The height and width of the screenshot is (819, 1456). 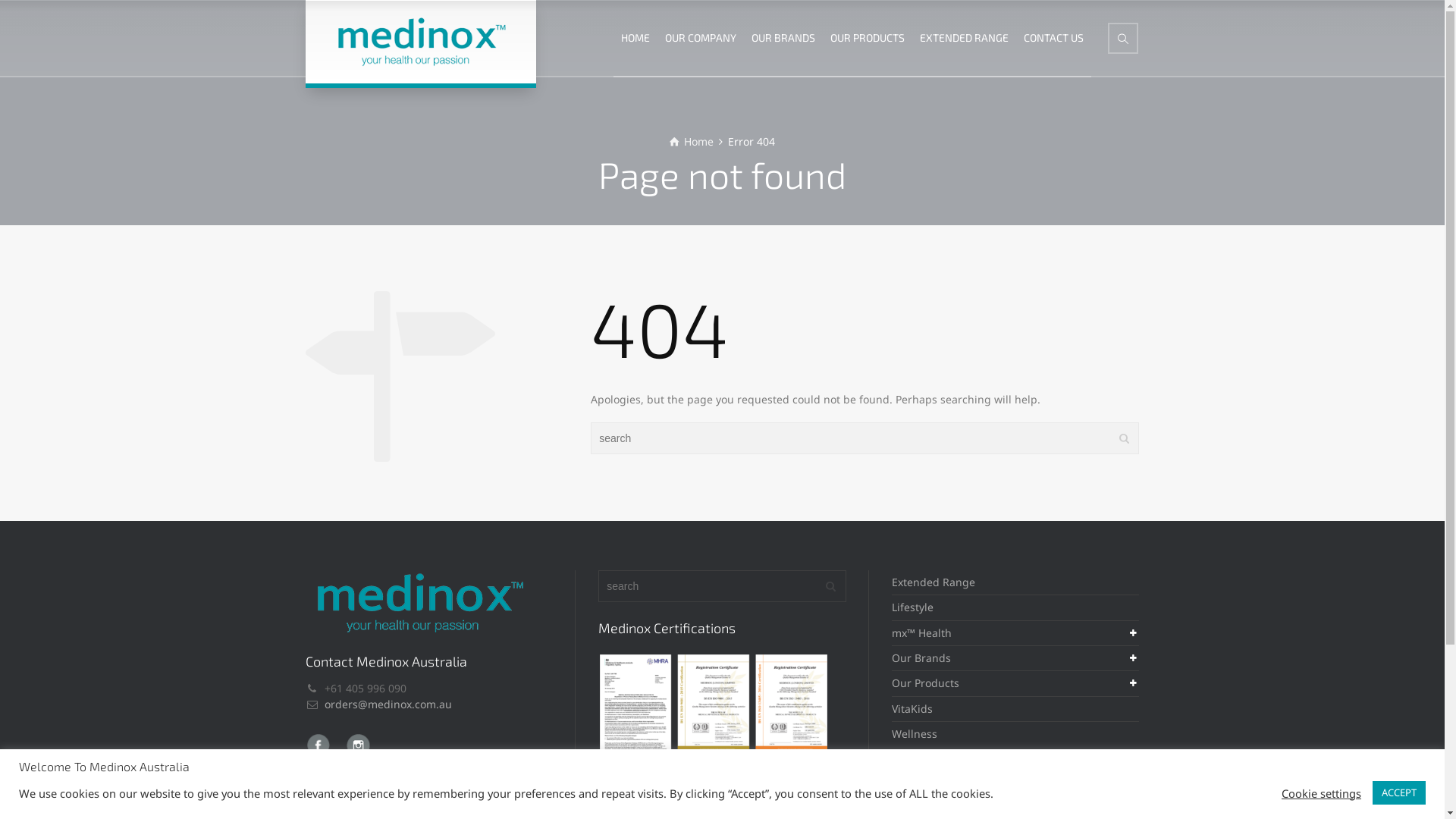 I want to click on 'CONTACT US', so click(x=1053, y=37).